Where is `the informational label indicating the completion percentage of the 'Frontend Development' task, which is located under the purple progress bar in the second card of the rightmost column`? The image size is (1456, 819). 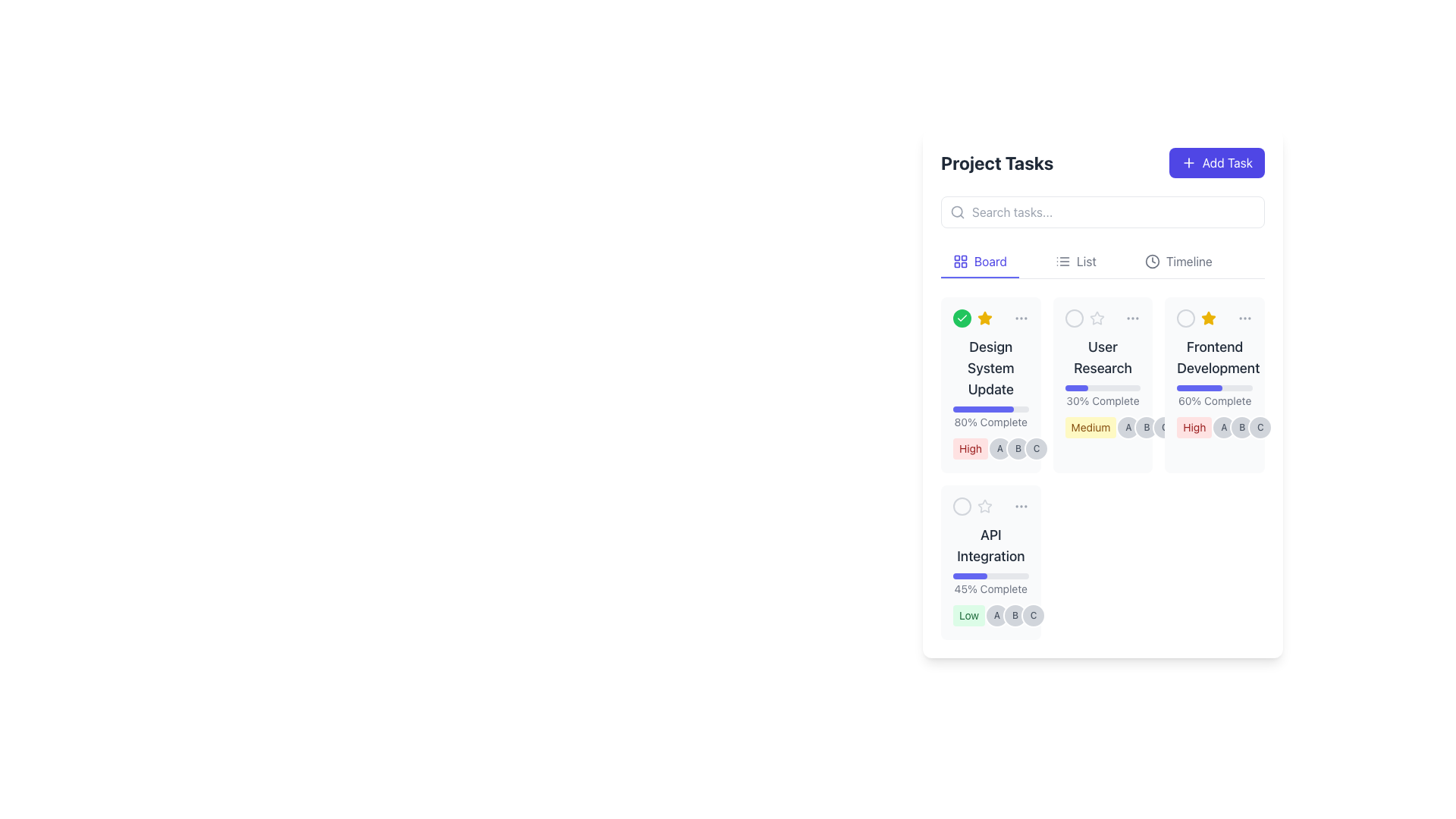 the informational label indicating the completion percentage of the 'Frontend Development' task, which is located under the purple progress bar in the second card of the rightmost column is located at coordinates (1215, 397).